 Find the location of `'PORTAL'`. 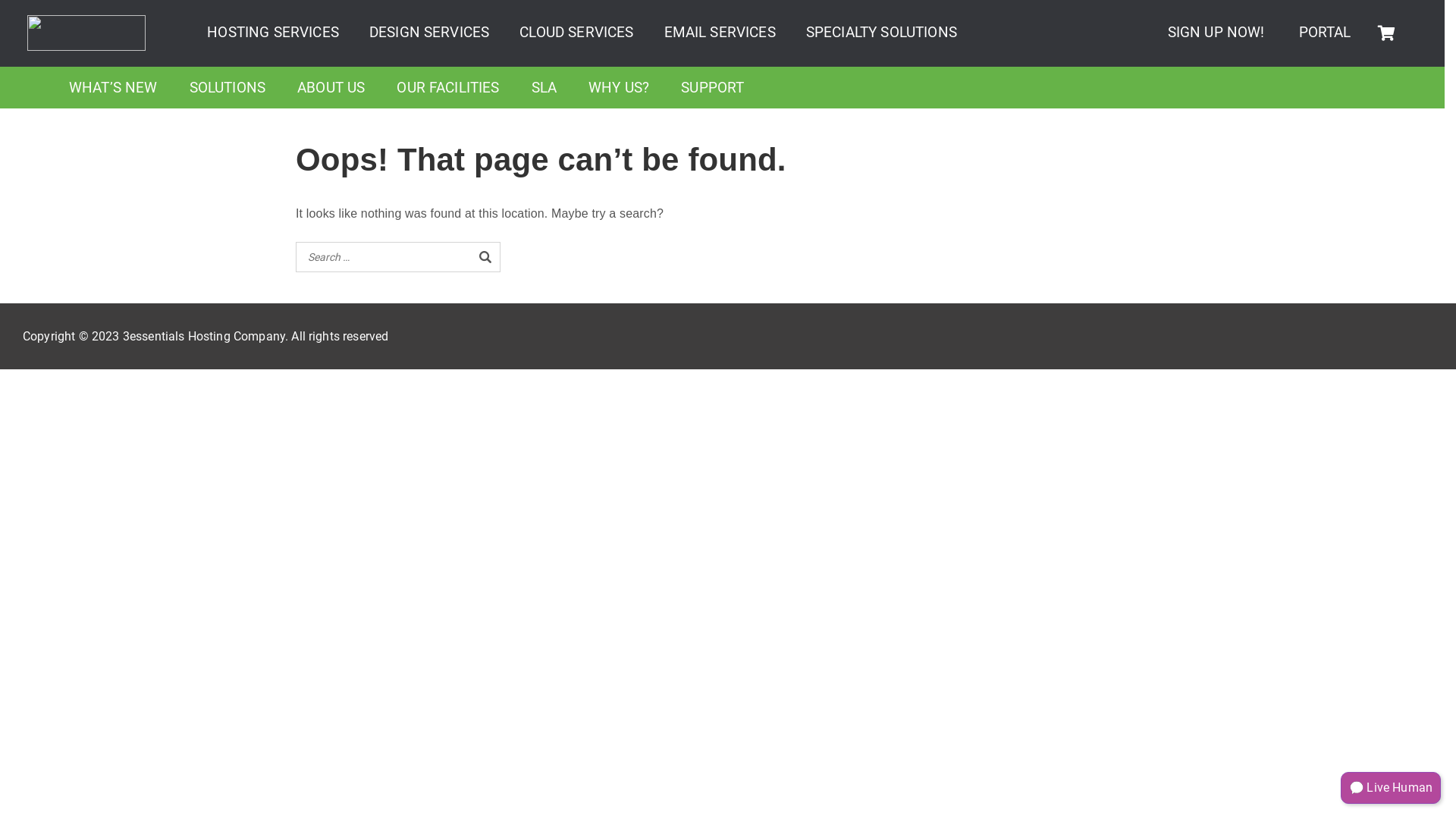

'PORTAL' is located at coordinates (1324, 32).